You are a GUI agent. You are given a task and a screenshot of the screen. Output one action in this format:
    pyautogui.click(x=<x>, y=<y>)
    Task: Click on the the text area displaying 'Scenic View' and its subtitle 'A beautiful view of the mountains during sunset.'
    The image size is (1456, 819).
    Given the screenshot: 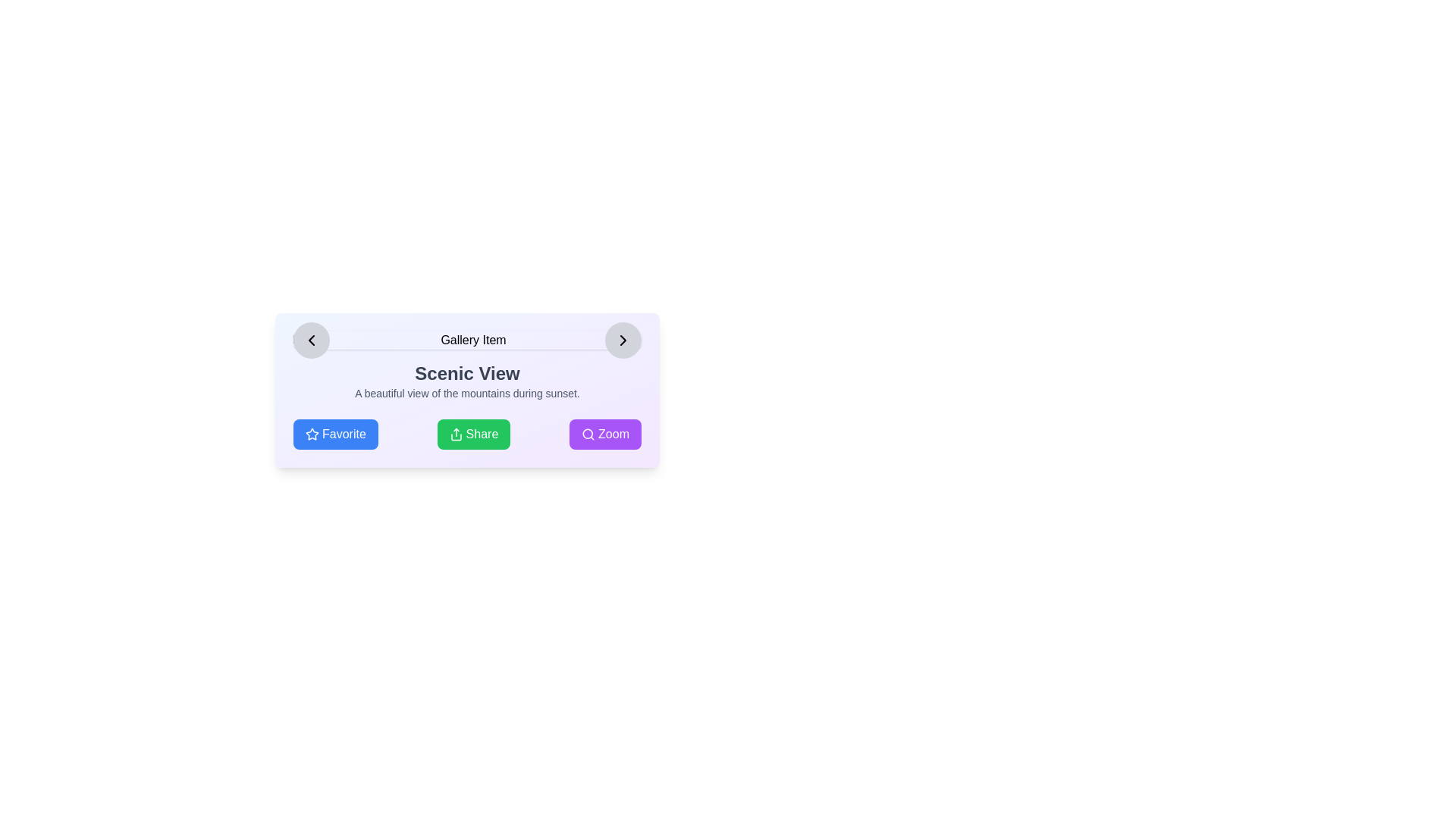 What is the action you would take?
    pyautogui.click(x=466, y=380)
    